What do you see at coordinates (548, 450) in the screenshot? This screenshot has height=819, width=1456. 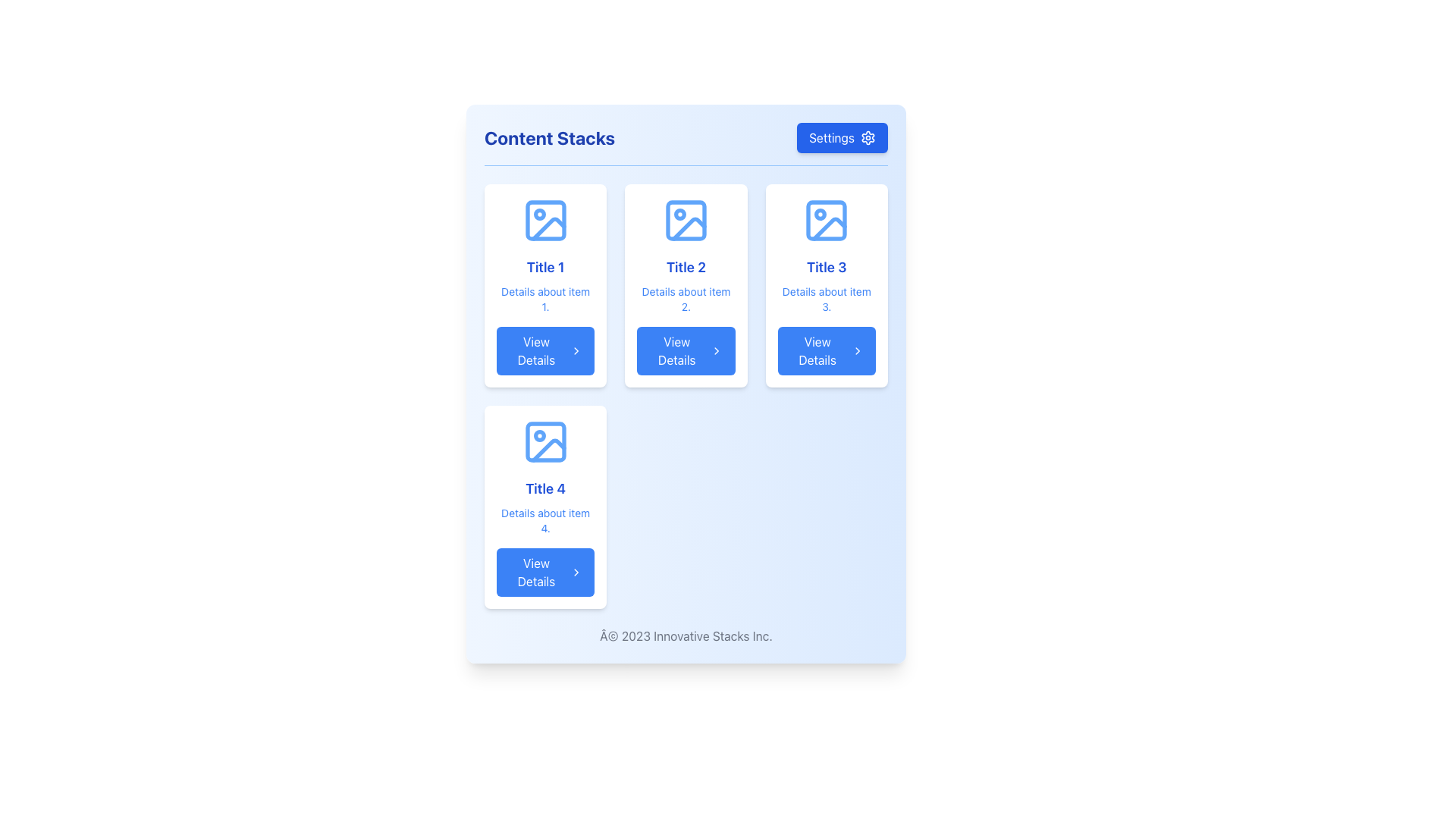 I see `the diagonal line in the bottom region of the photo representation within the fourth card of the grid layout` at bounding box center [548, 450].